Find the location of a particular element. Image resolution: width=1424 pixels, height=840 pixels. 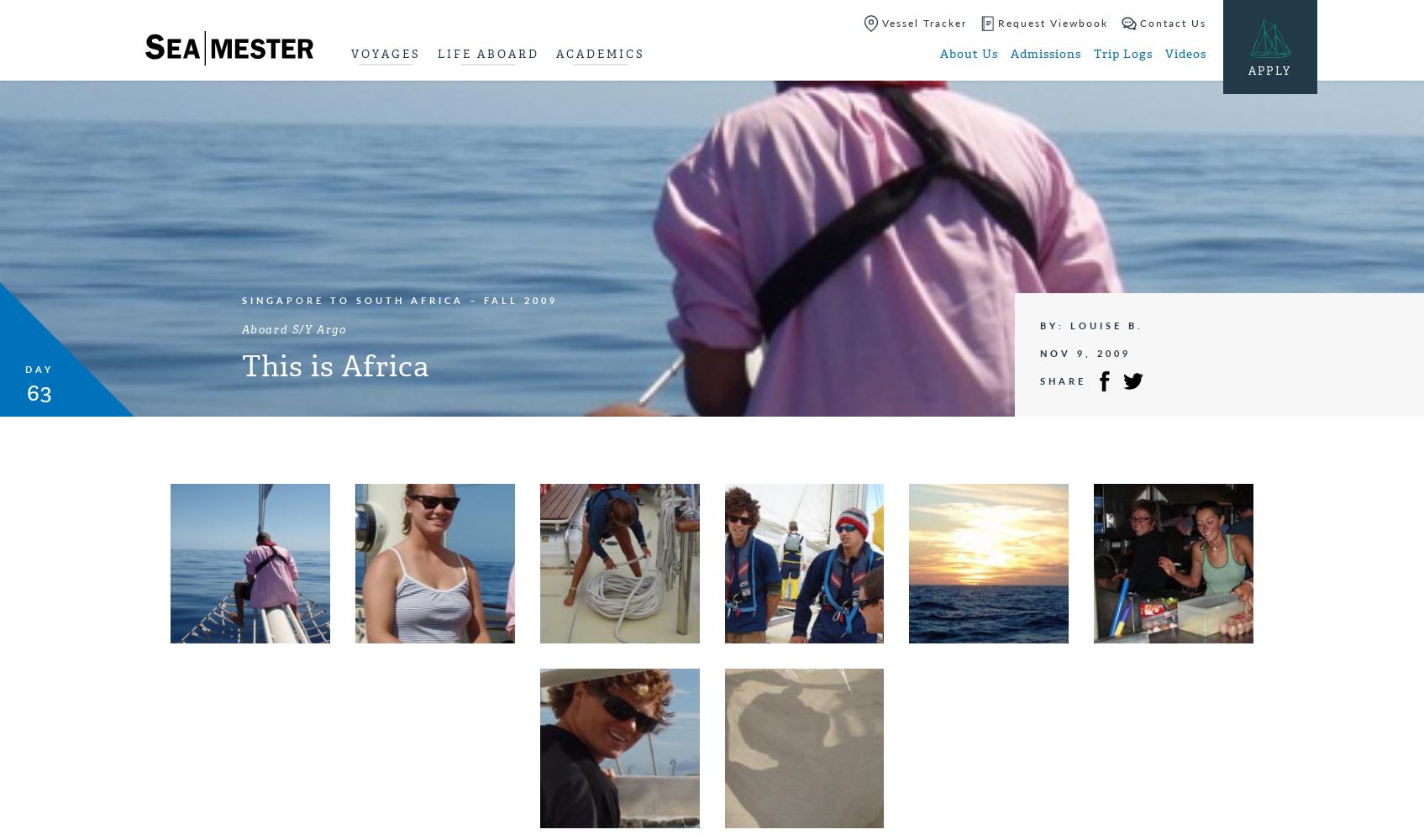

'Day' is located at coordinates (39, 368).